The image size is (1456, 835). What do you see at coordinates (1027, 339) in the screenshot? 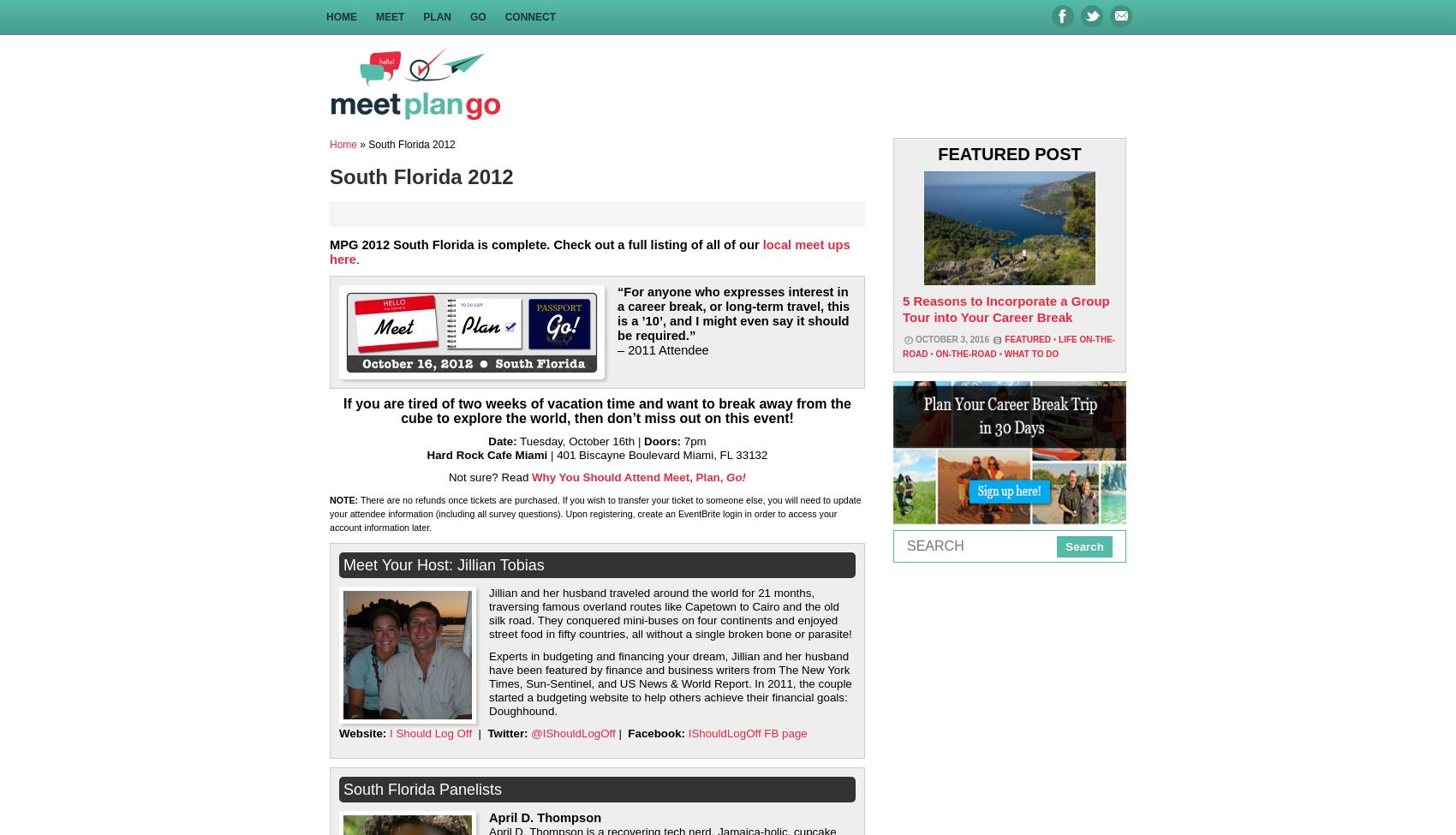
I see `'Featured'` at bounding box center [1027, 339].